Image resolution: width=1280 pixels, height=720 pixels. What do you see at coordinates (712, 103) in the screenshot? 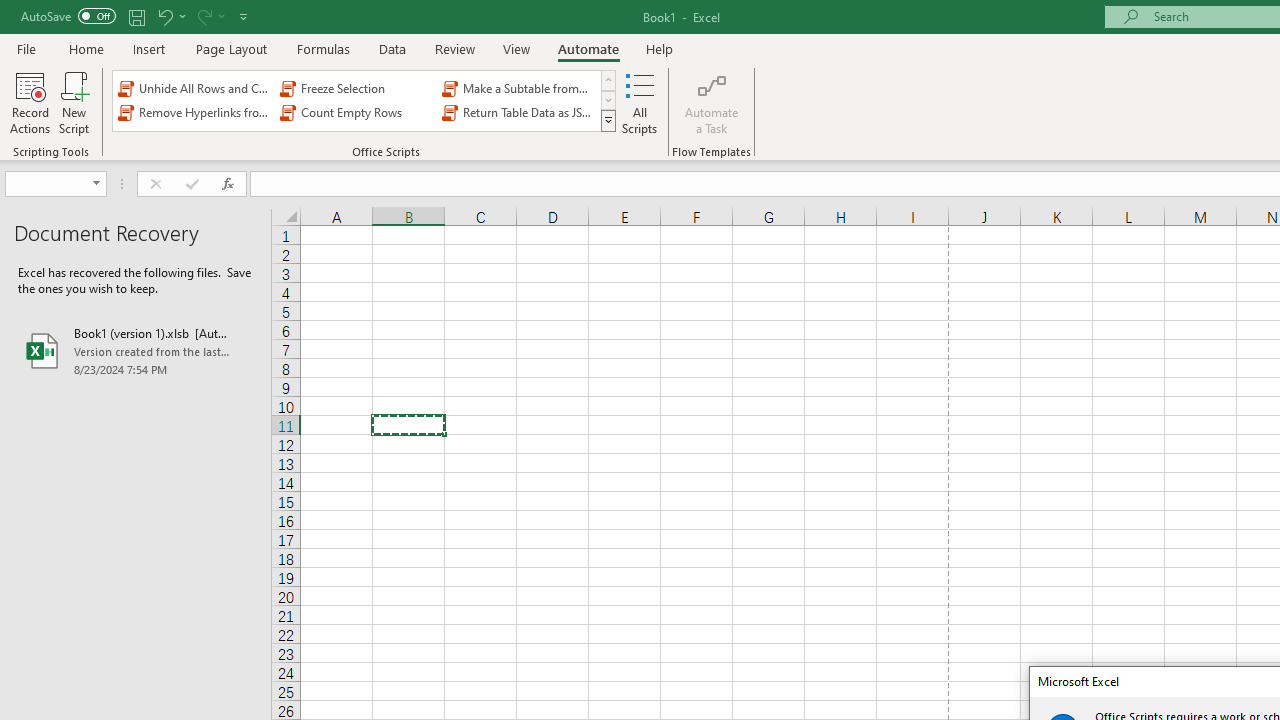
I see `'Automate a Task'` at bounding box center [712, 103].